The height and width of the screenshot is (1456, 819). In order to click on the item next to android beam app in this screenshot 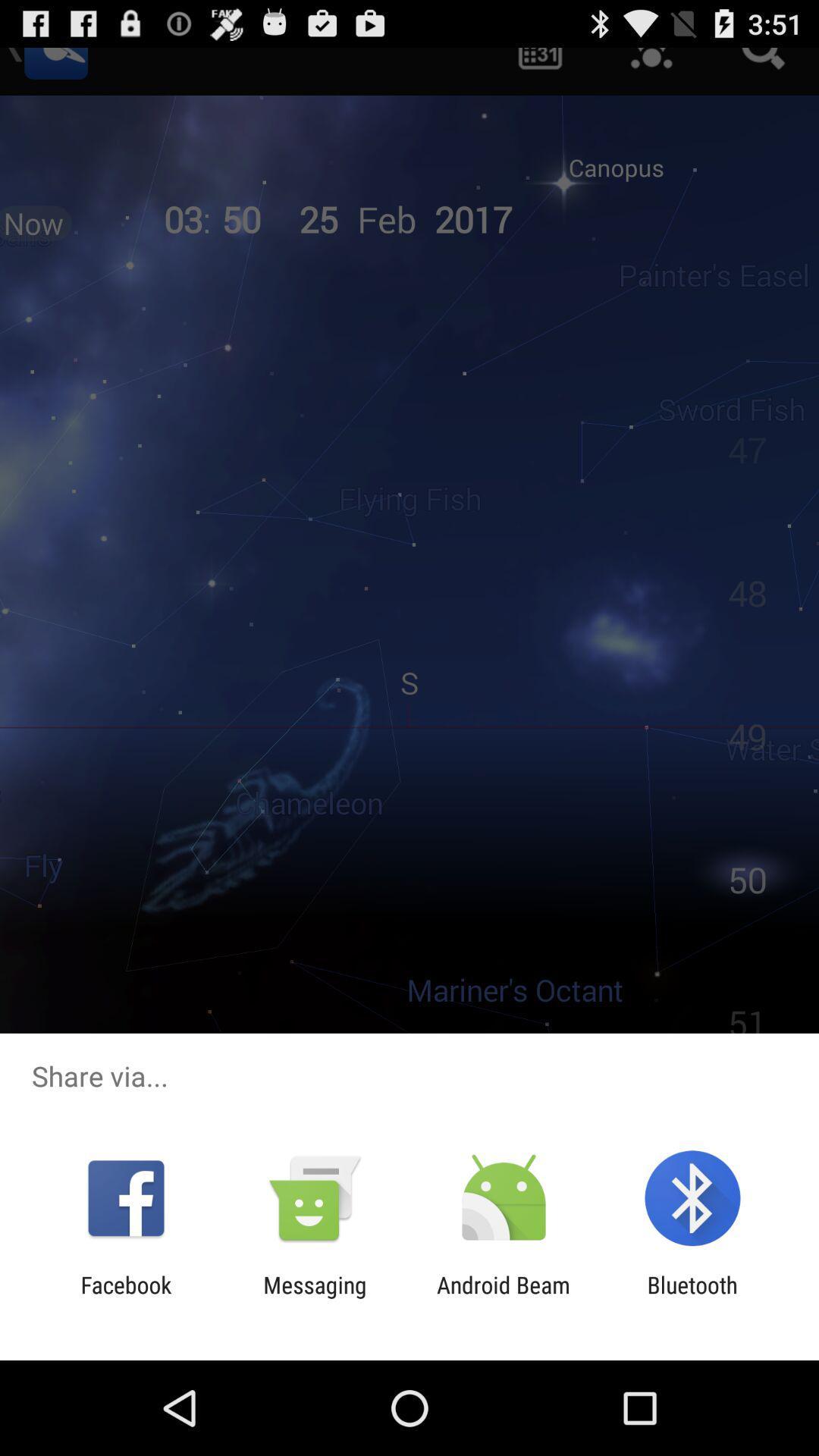, I will do `click(314, 1298)`.